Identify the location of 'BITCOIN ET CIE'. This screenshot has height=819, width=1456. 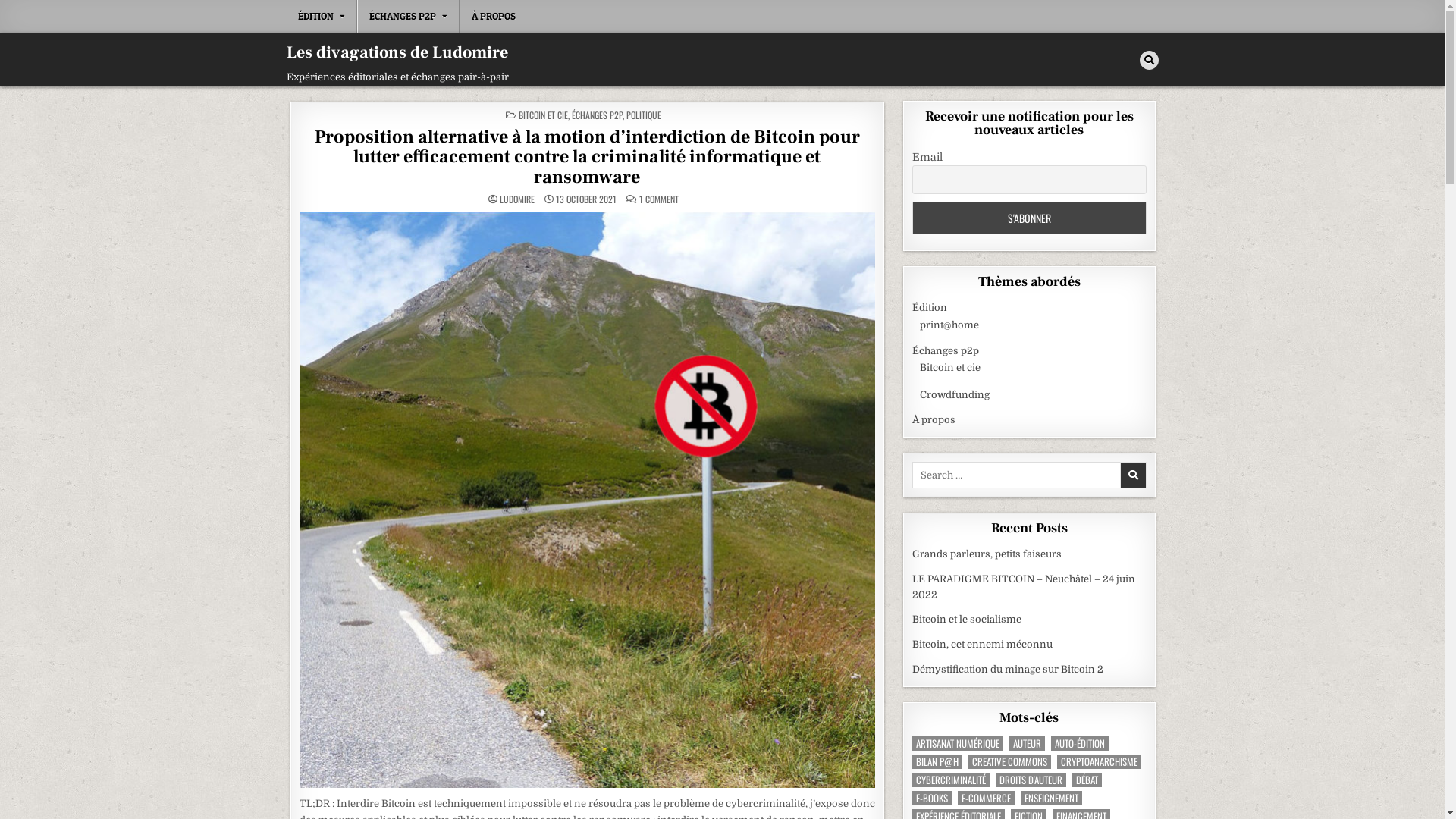
(543, 114).